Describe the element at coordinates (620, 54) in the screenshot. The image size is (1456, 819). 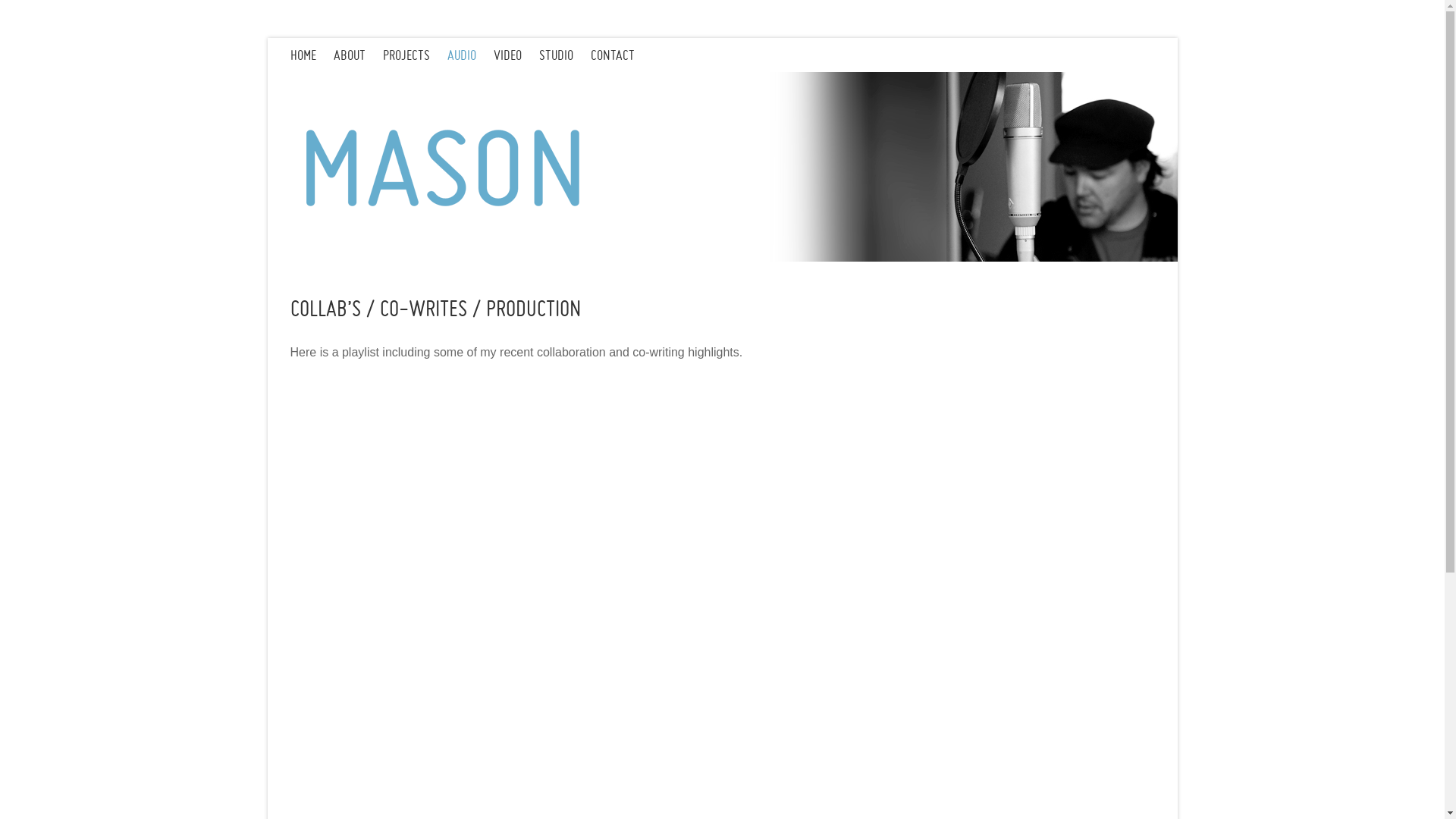
I see `'CONTACT'` at that location.